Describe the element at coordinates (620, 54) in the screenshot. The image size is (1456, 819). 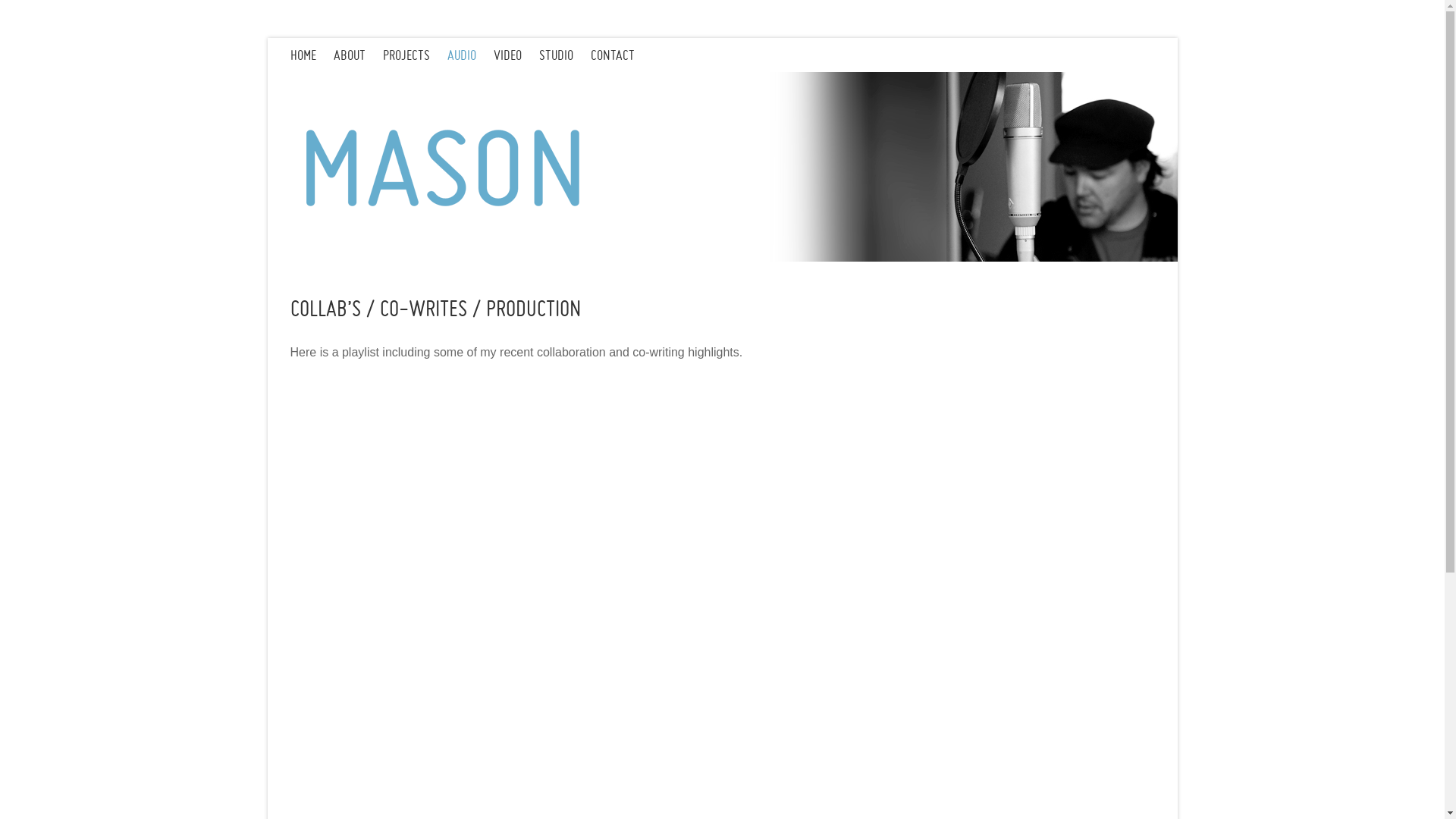
I see `'CONTACT'` at that location.